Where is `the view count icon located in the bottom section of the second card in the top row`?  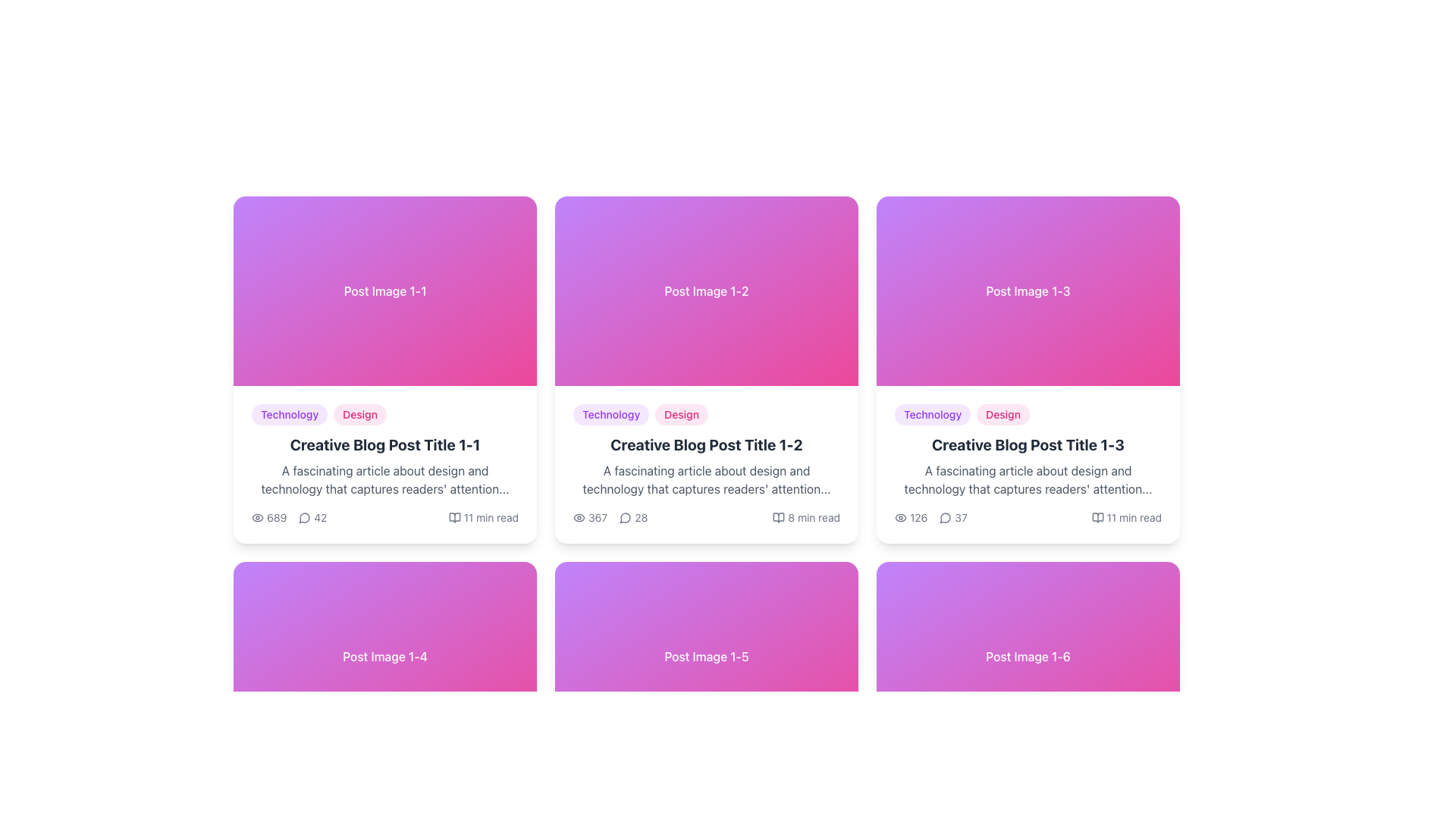 the view count icon located in the bottom section of the second card in the top row is located at coordinates (589, 516).